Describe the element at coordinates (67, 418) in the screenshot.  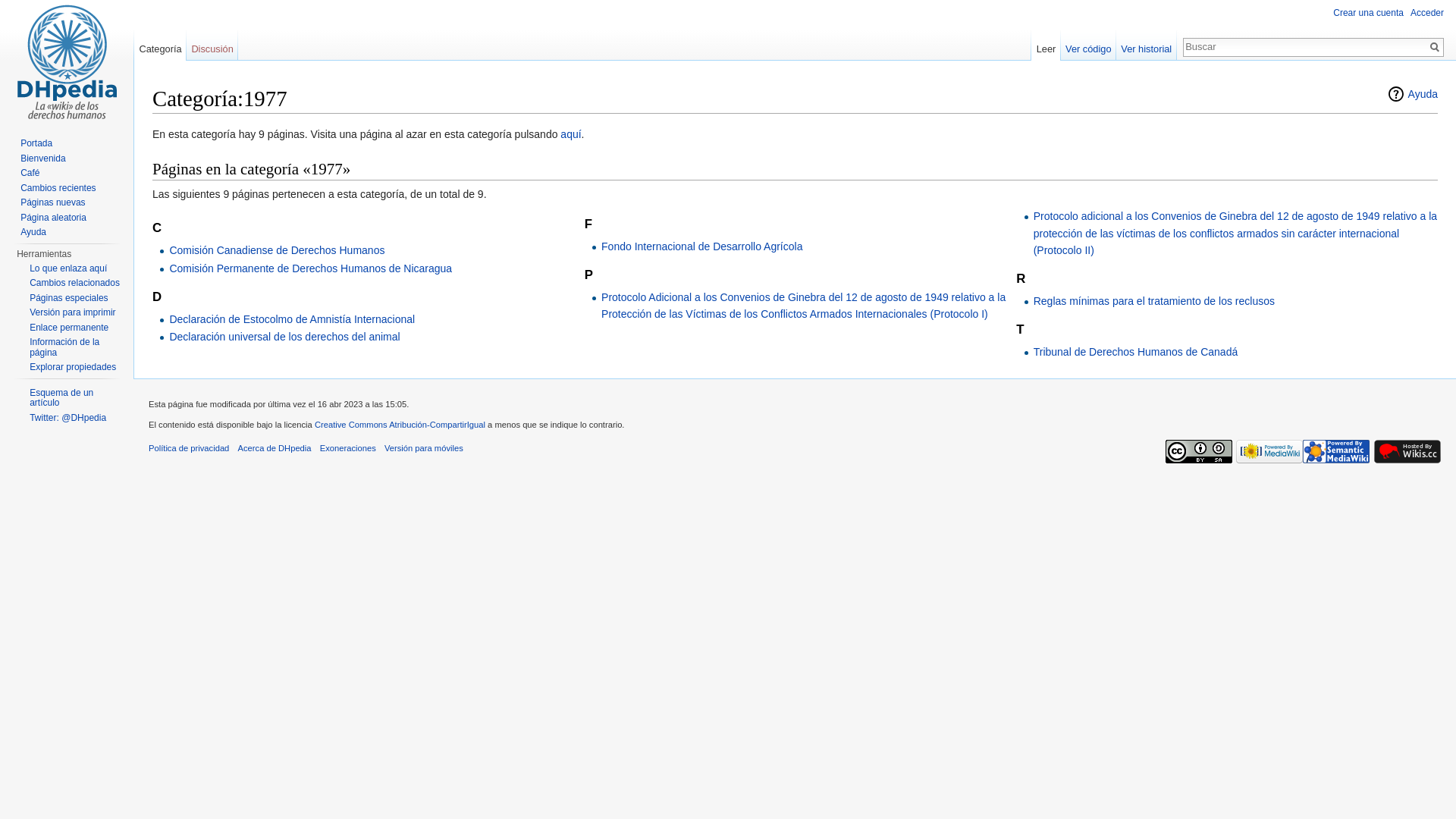
I see `'Twitter: @DHpedia'` at that location.